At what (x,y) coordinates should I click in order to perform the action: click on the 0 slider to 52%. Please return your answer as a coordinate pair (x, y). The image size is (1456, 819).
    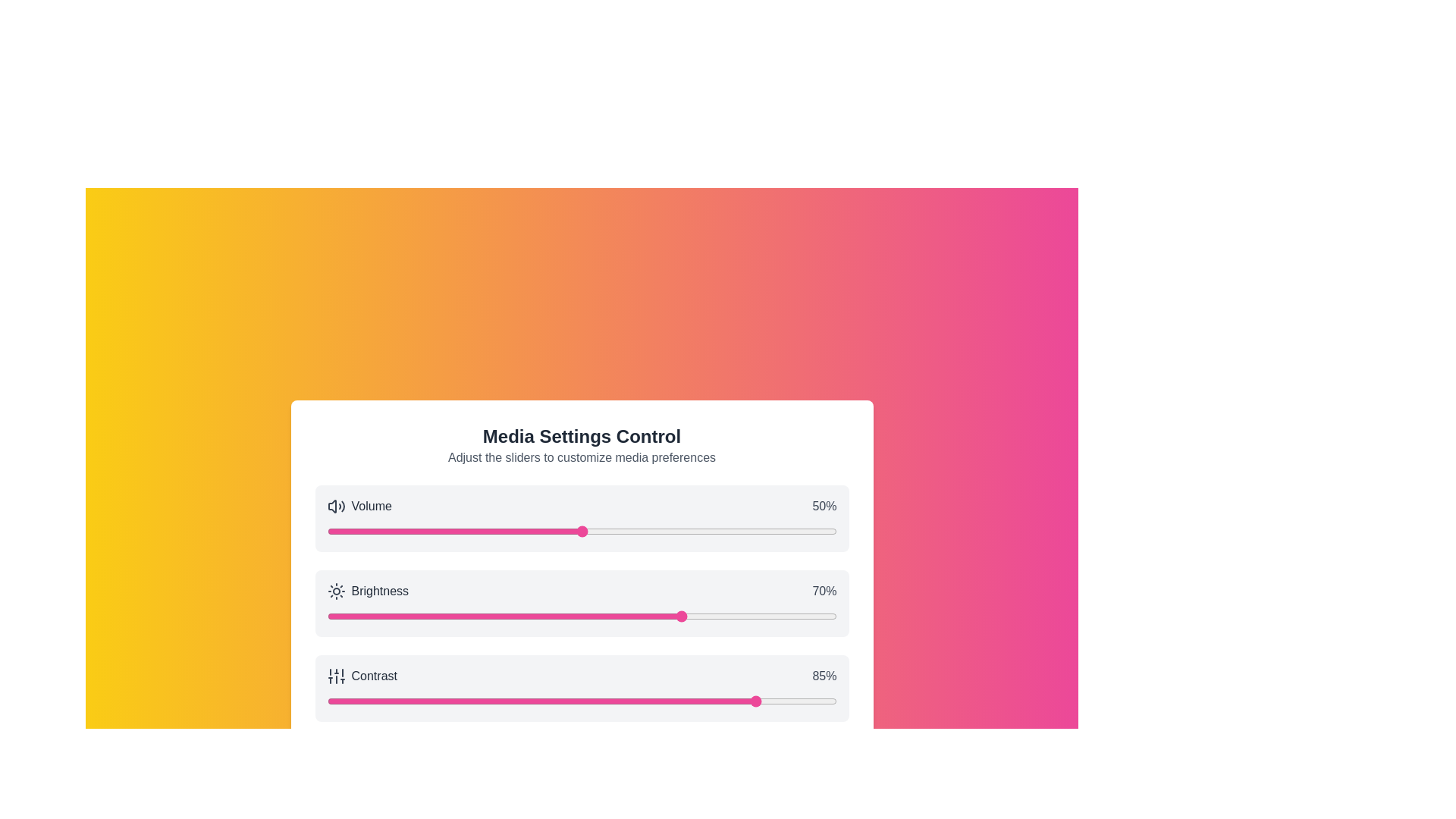
    Looking at the image, I should click on (591, 531).